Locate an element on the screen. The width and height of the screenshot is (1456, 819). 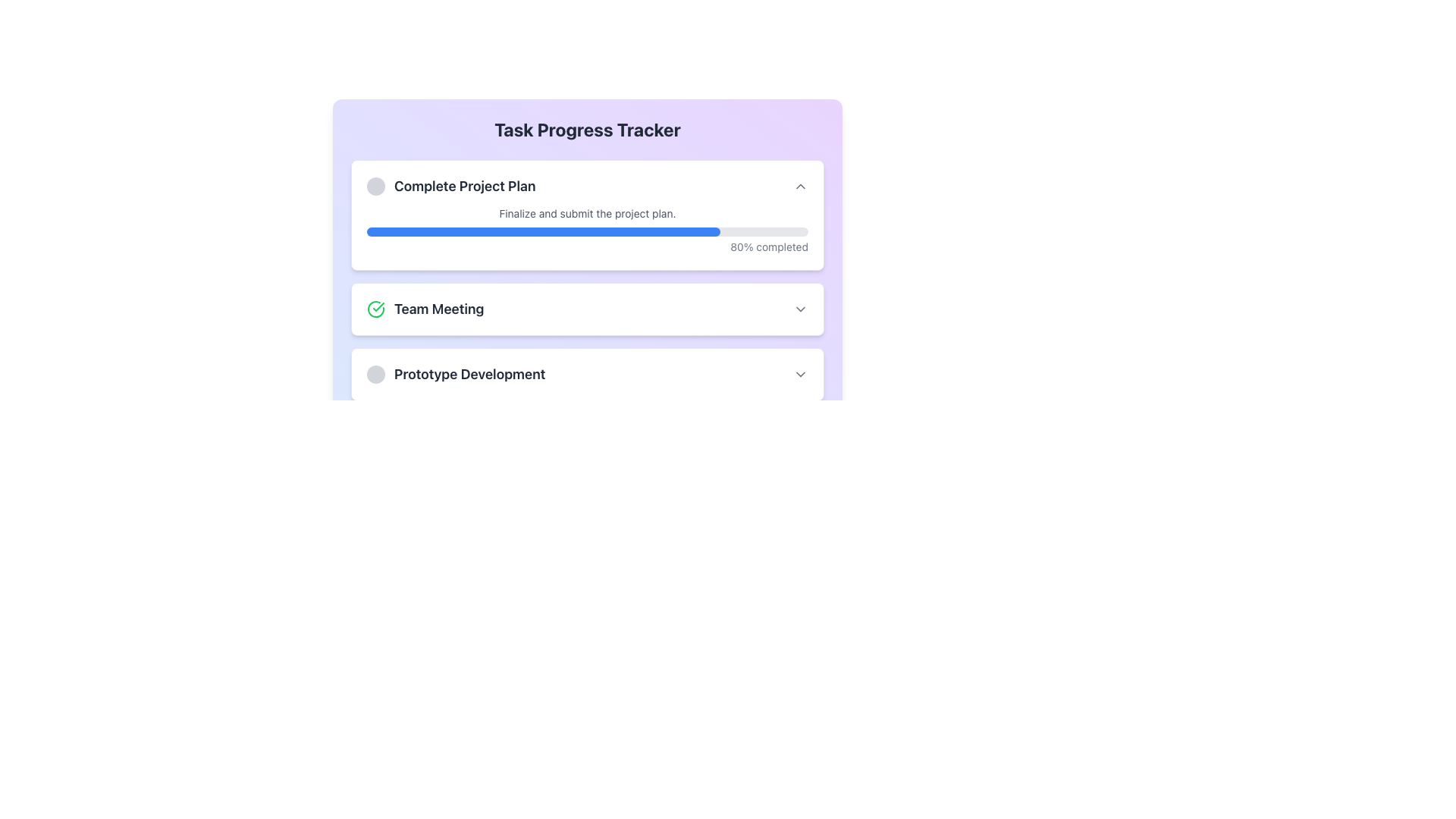
the white background card labeled 'Complete Project Plan' that contains an 80% progress bar and is the first element in a vertical list of three cards is located at coordinates (586, 215).